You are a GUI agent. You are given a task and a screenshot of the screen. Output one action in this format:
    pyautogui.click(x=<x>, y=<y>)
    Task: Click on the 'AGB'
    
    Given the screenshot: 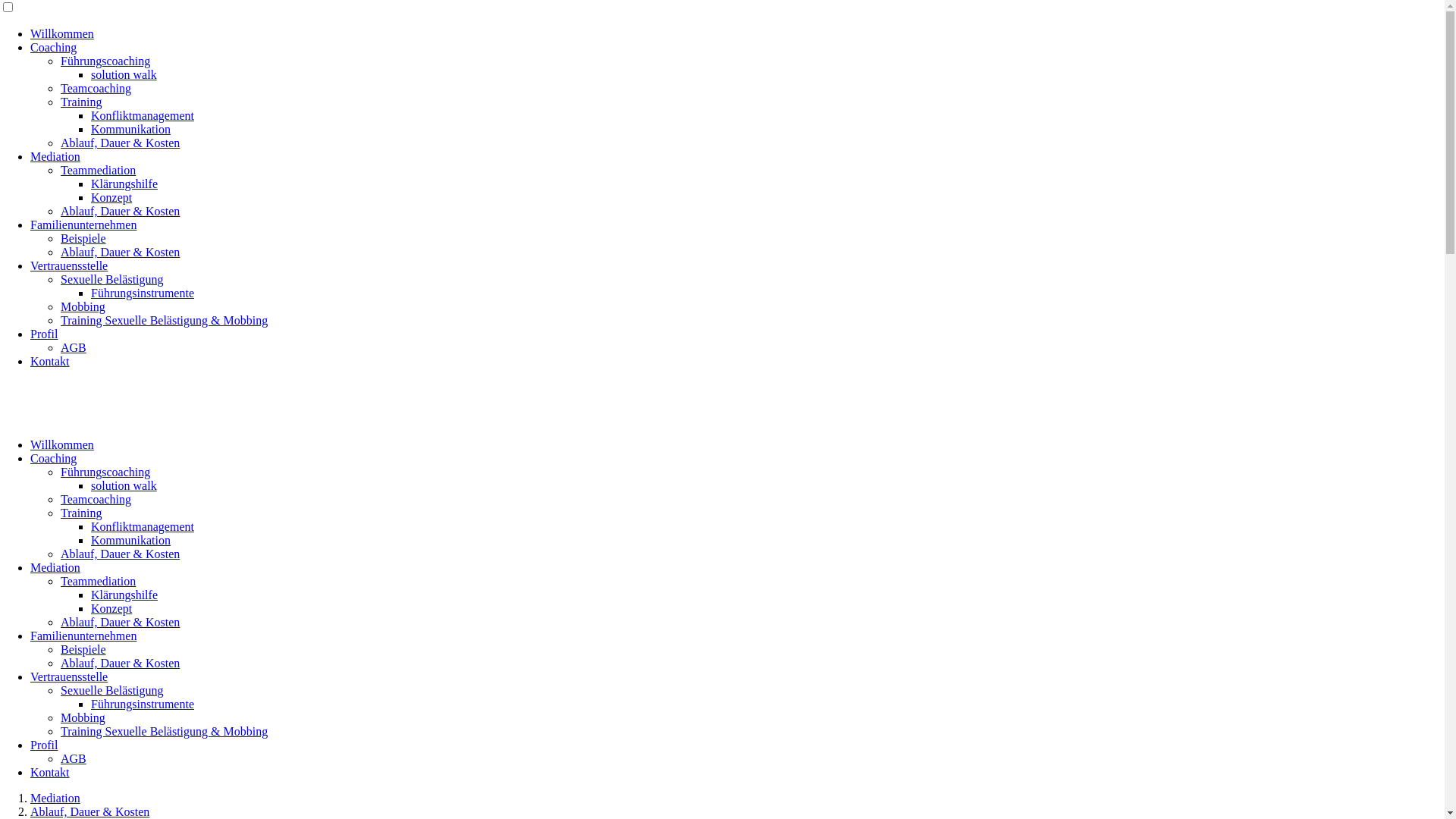 What is the action you would take?
    pyautogui.click(x=61, y=347)
    